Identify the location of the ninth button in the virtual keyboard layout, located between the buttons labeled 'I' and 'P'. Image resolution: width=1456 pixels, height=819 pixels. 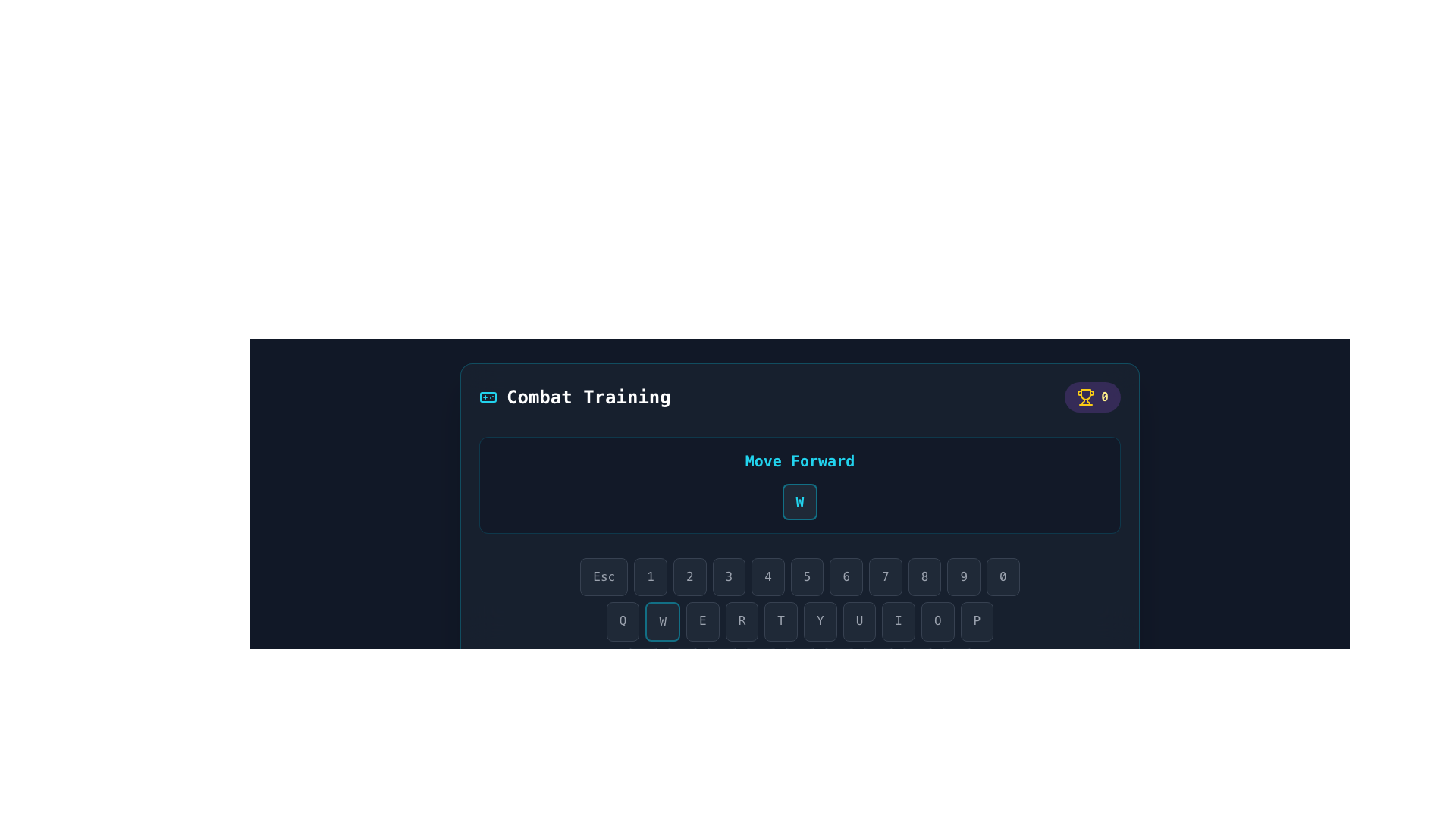
(937, 622).